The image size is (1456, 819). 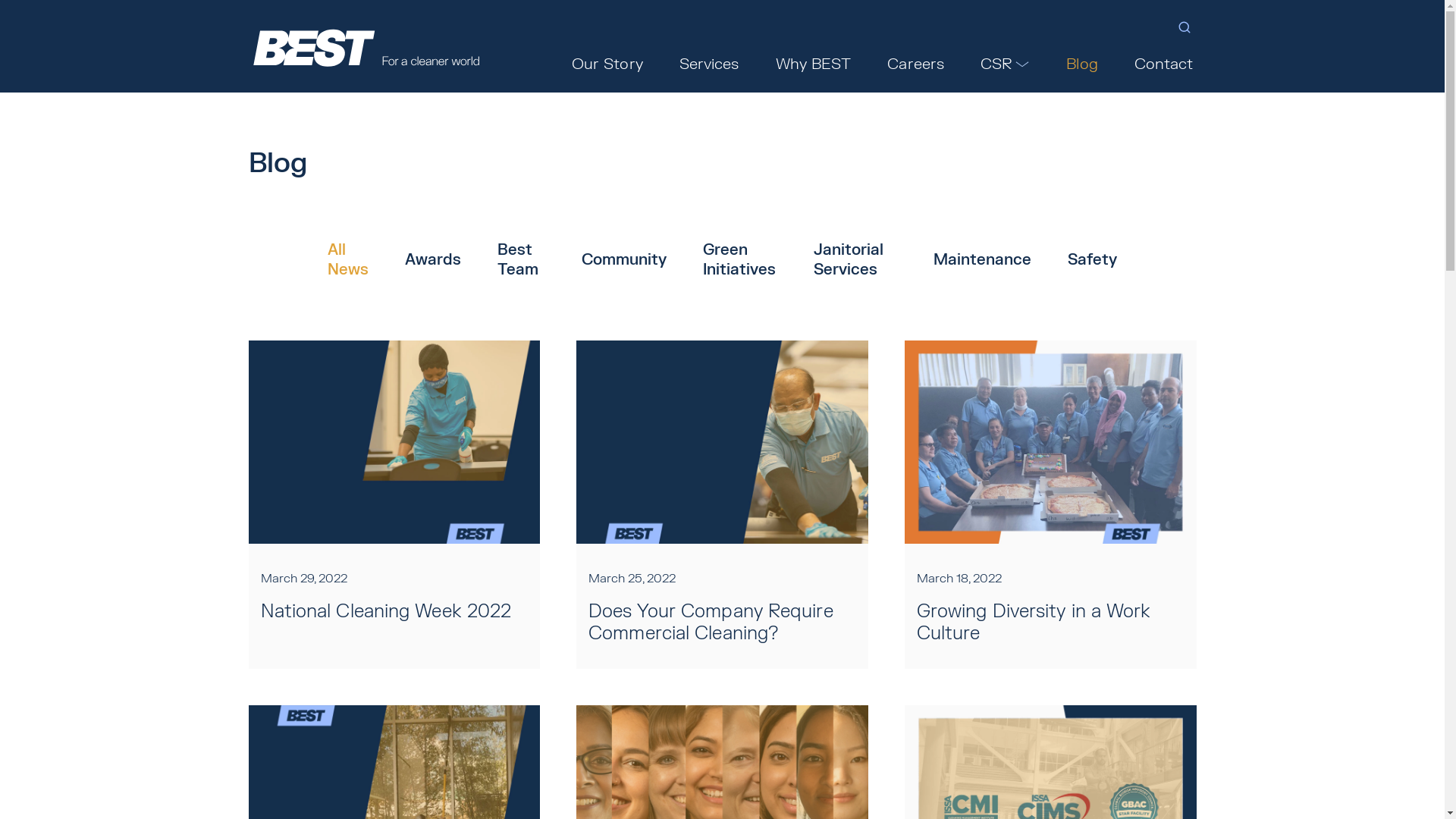 I want to click on 'Our Story', so click(x=607, y=63).